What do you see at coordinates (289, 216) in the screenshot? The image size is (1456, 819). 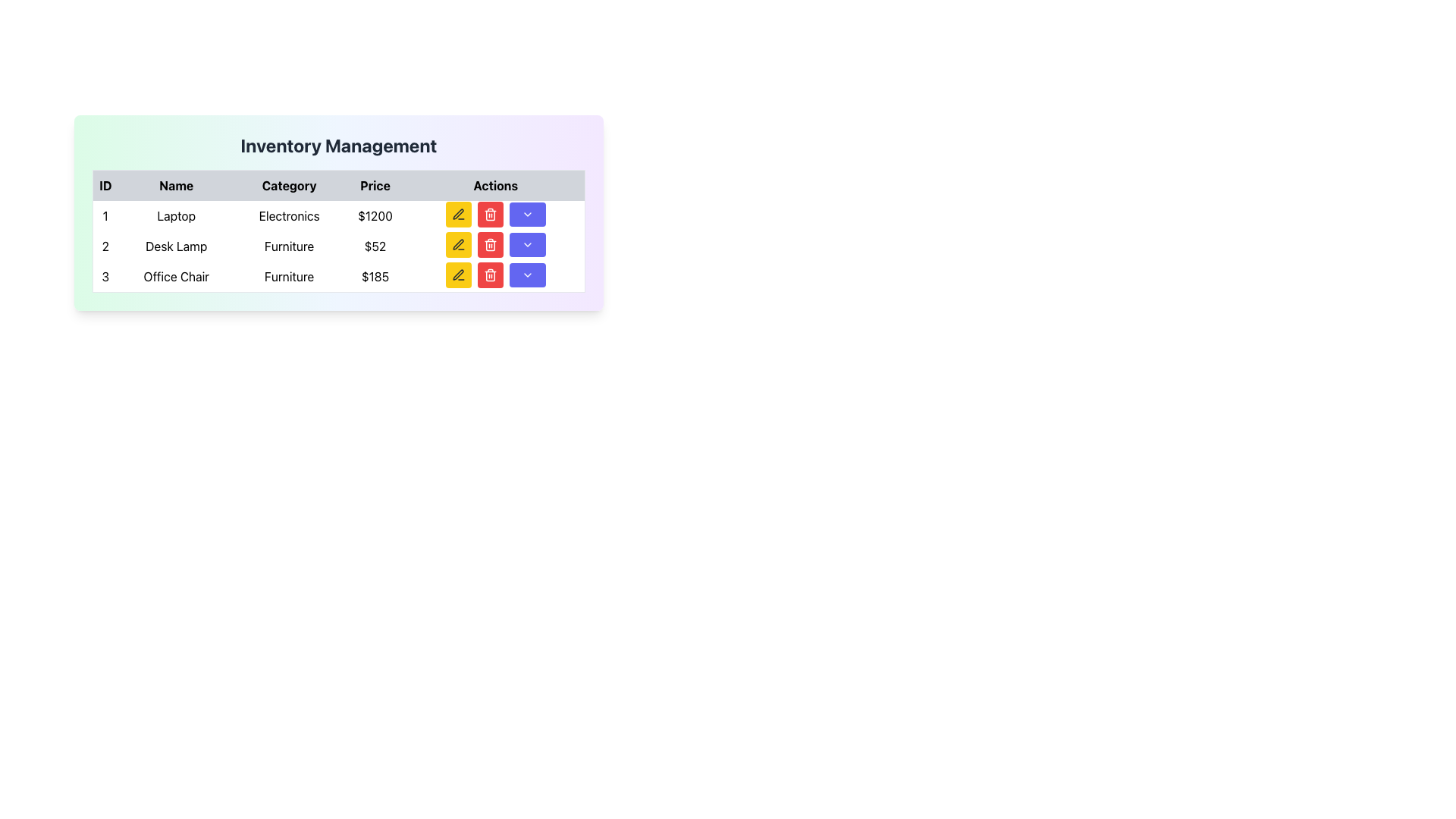 I see `the 'Laptop' category label in the inventory list, which is located in the first row and third column of the table` at bounding box center [289, 216].